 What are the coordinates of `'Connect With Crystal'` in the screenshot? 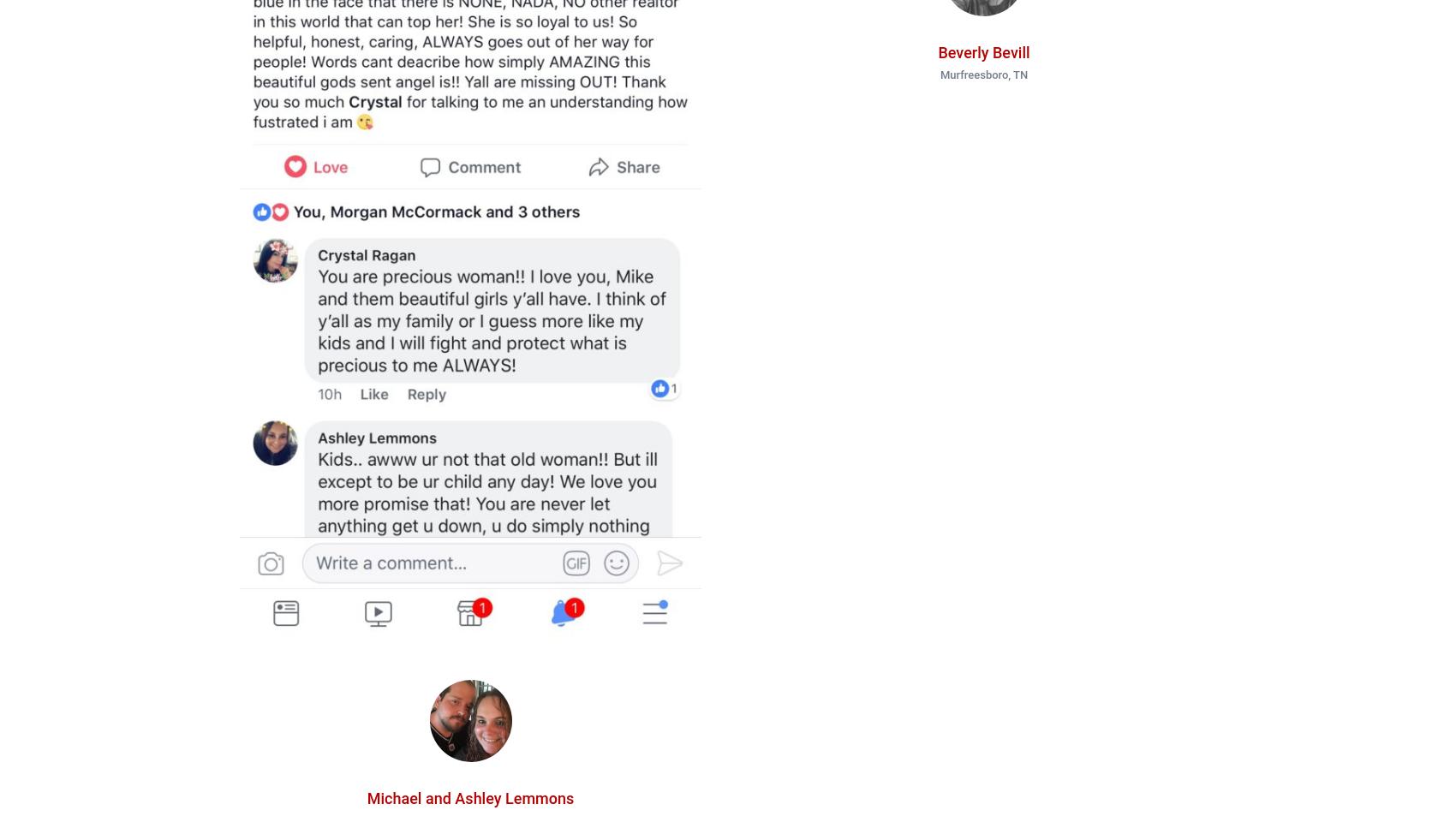 It's located at (469, 642).